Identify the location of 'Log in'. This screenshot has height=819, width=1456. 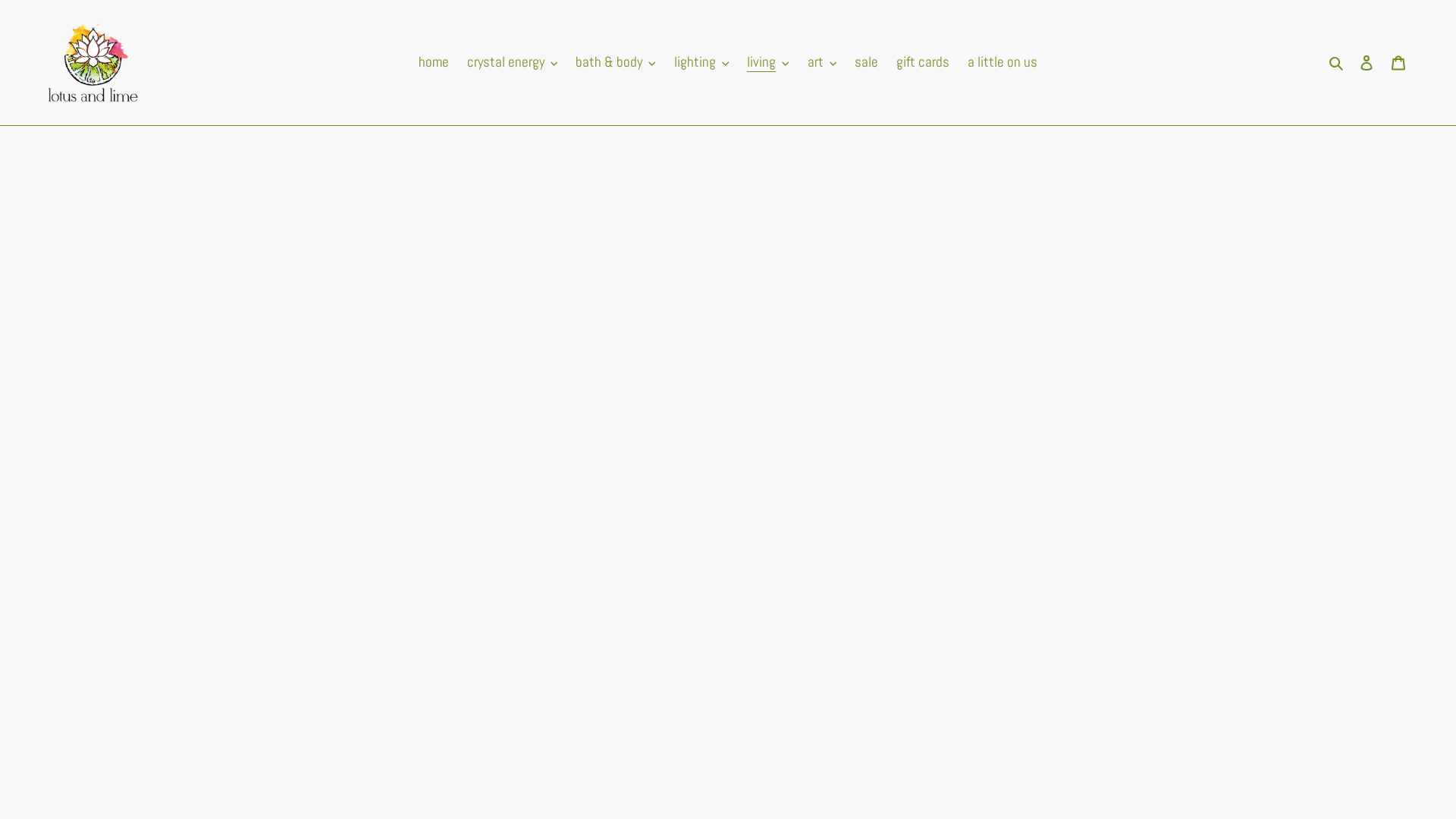
(1366, 61).